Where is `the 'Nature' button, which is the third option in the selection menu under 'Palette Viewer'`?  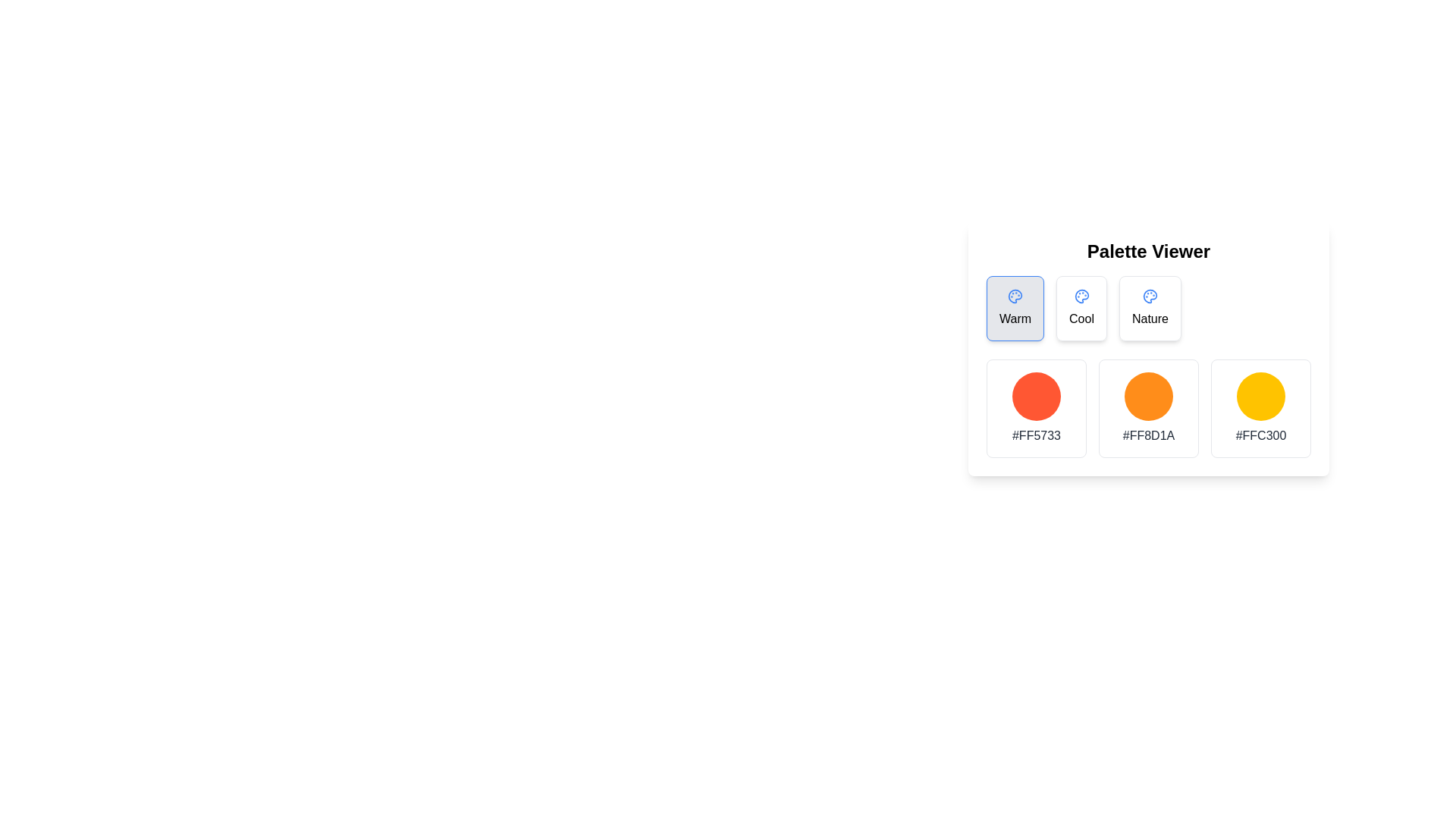
the 'Nature' button, which is the third option in the selection menu under 'Palette Viewer' is located at coordinates (1150, 296).